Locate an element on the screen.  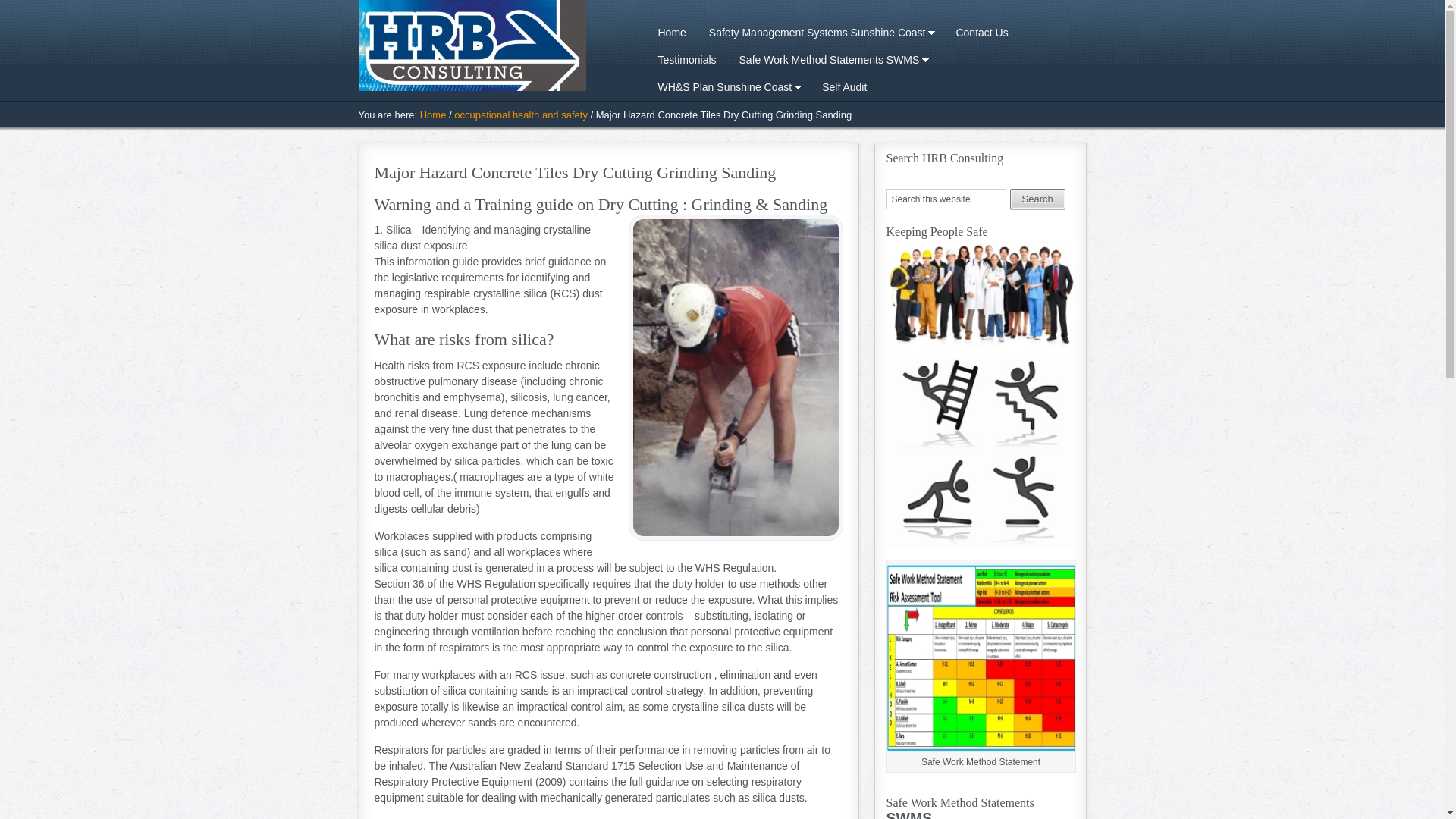
'Safe Work Method Statements SWMS' is located at coordinates (728, 58).